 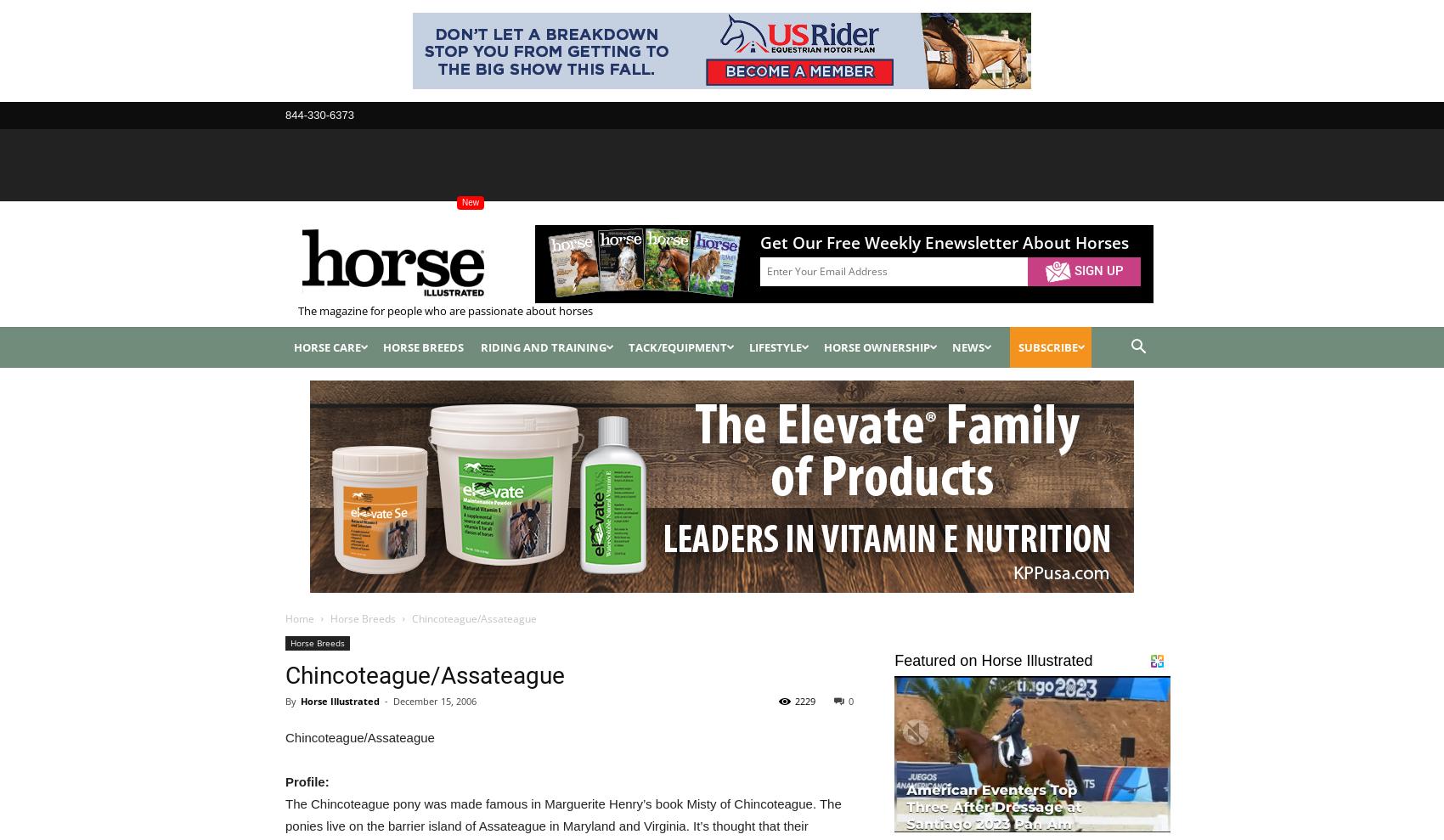 What do you see at coordinates (542, 186) in the screenshot?
I see `'Contact Us'` at bounding box center [542, 186].